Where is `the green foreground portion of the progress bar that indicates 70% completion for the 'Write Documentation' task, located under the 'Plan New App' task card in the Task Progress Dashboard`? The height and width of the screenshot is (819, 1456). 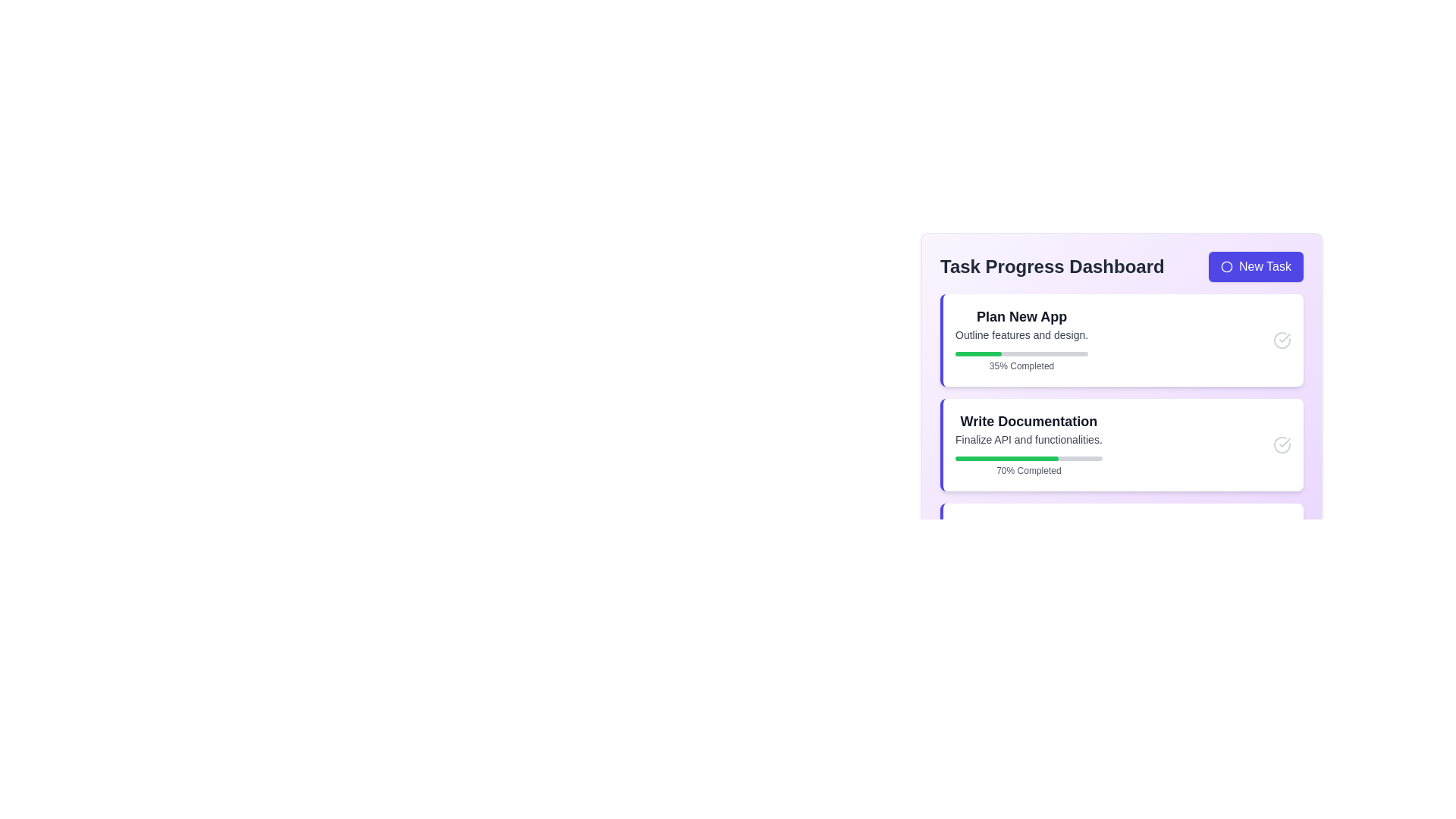 the green foreground portion of the progress bar that indicates 70% completion for the 'Write Documentation' task, located under the 'Plan New App' task card in the Task Progress Dashboard is located at coordinates (1006, 458).